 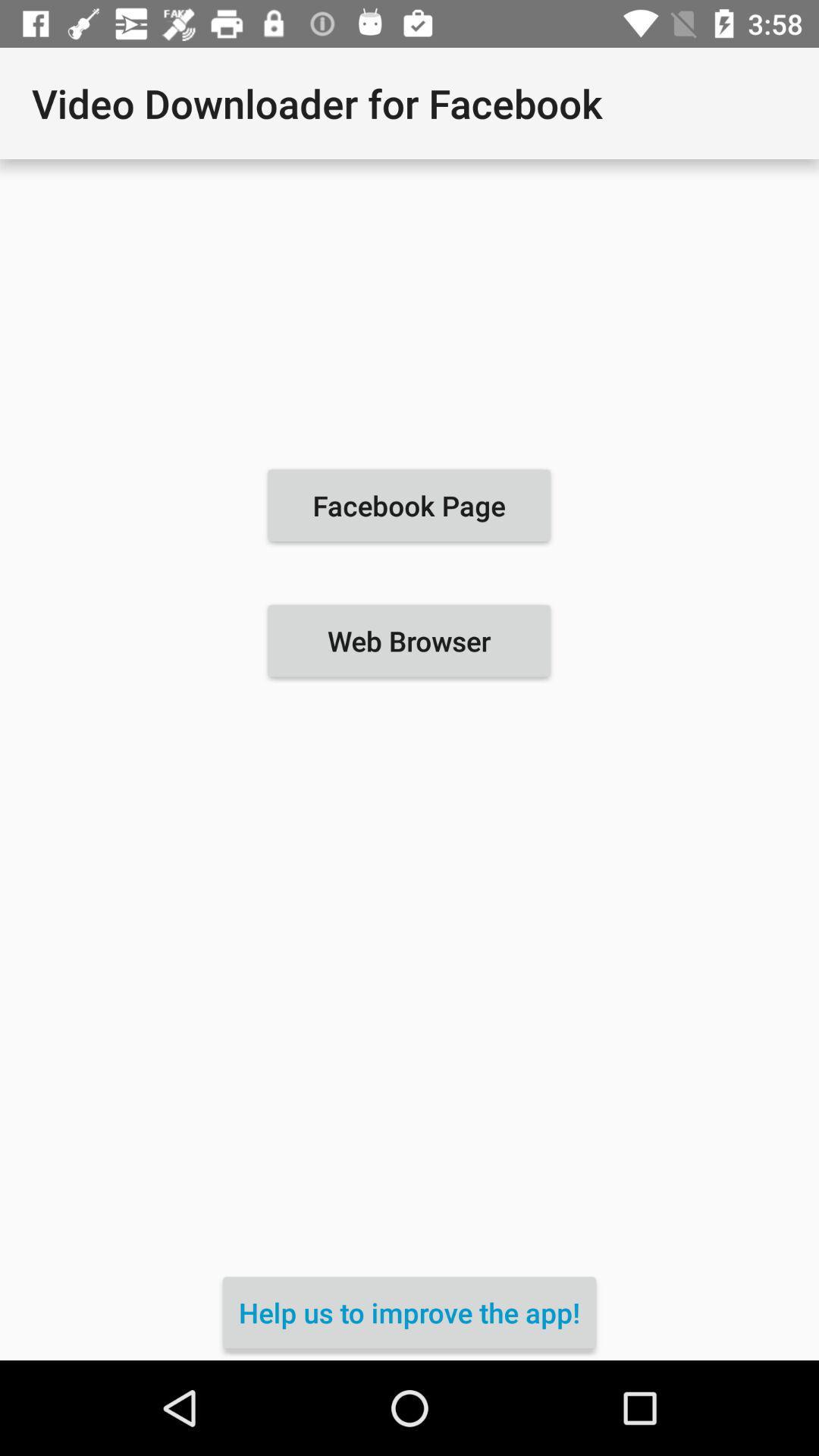 What do you see at coordinates (408, 641) in the screenshot?
I see `icon above help us to icon` at bounding box center [408, 641].